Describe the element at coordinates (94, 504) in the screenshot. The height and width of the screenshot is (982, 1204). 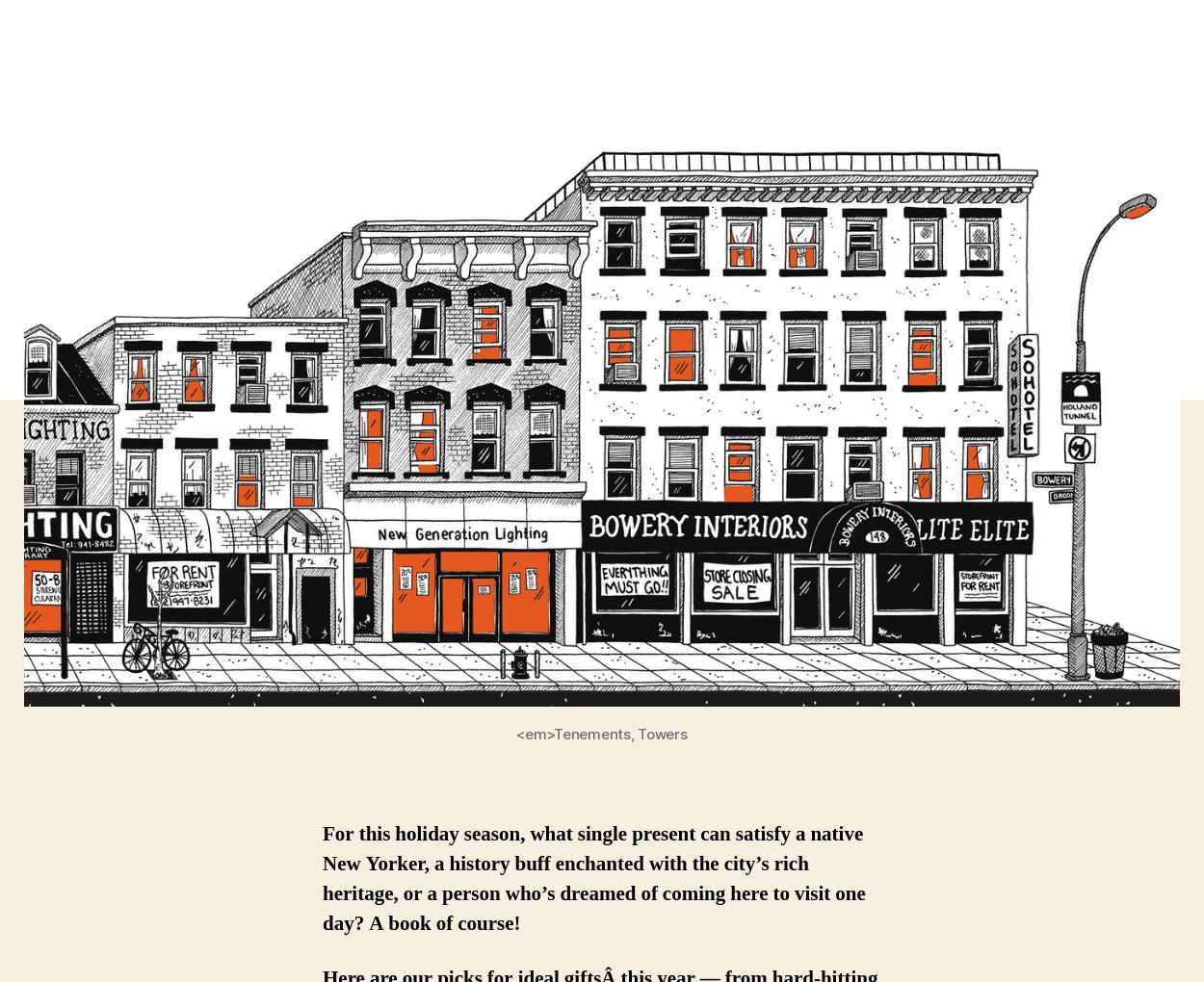
I see `'indicates required'` at that location.